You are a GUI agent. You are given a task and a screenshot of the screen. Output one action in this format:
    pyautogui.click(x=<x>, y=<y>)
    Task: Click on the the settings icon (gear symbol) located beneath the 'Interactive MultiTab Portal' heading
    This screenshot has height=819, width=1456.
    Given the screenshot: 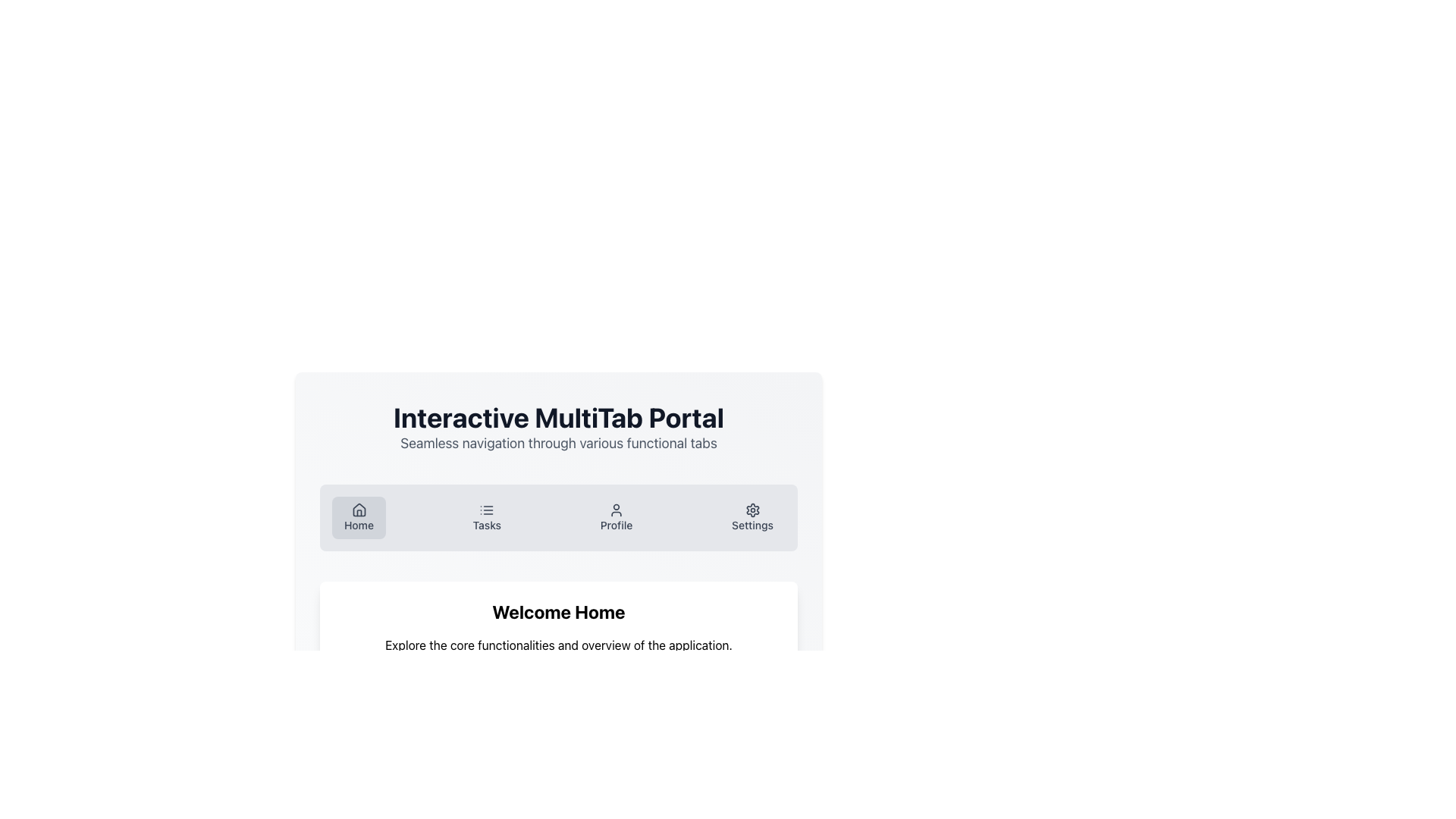 What is the action you would take?
    pyautogui.click(x=752, y=510)
    